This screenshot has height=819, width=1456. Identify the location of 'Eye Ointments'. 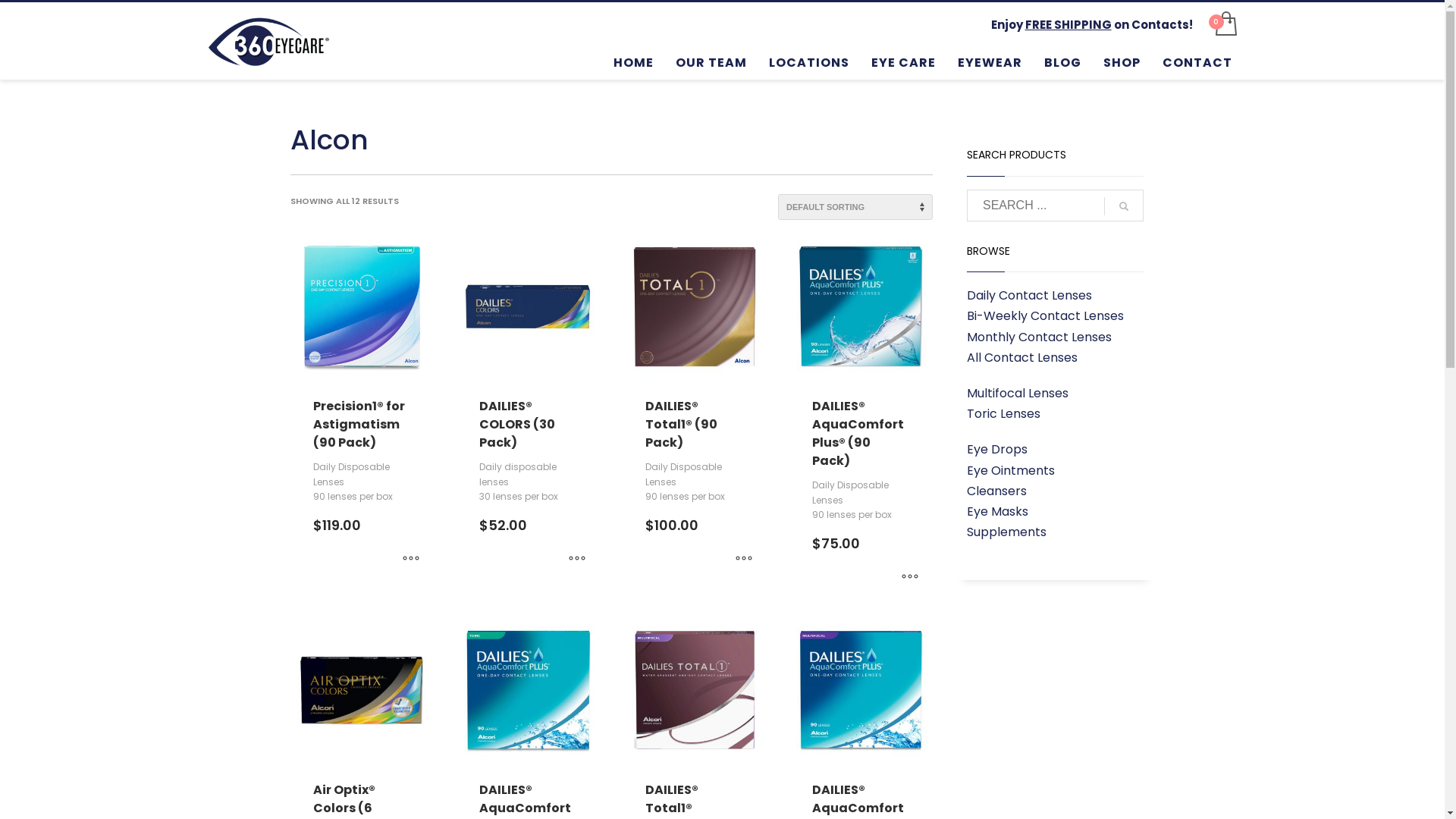
(966, 469).